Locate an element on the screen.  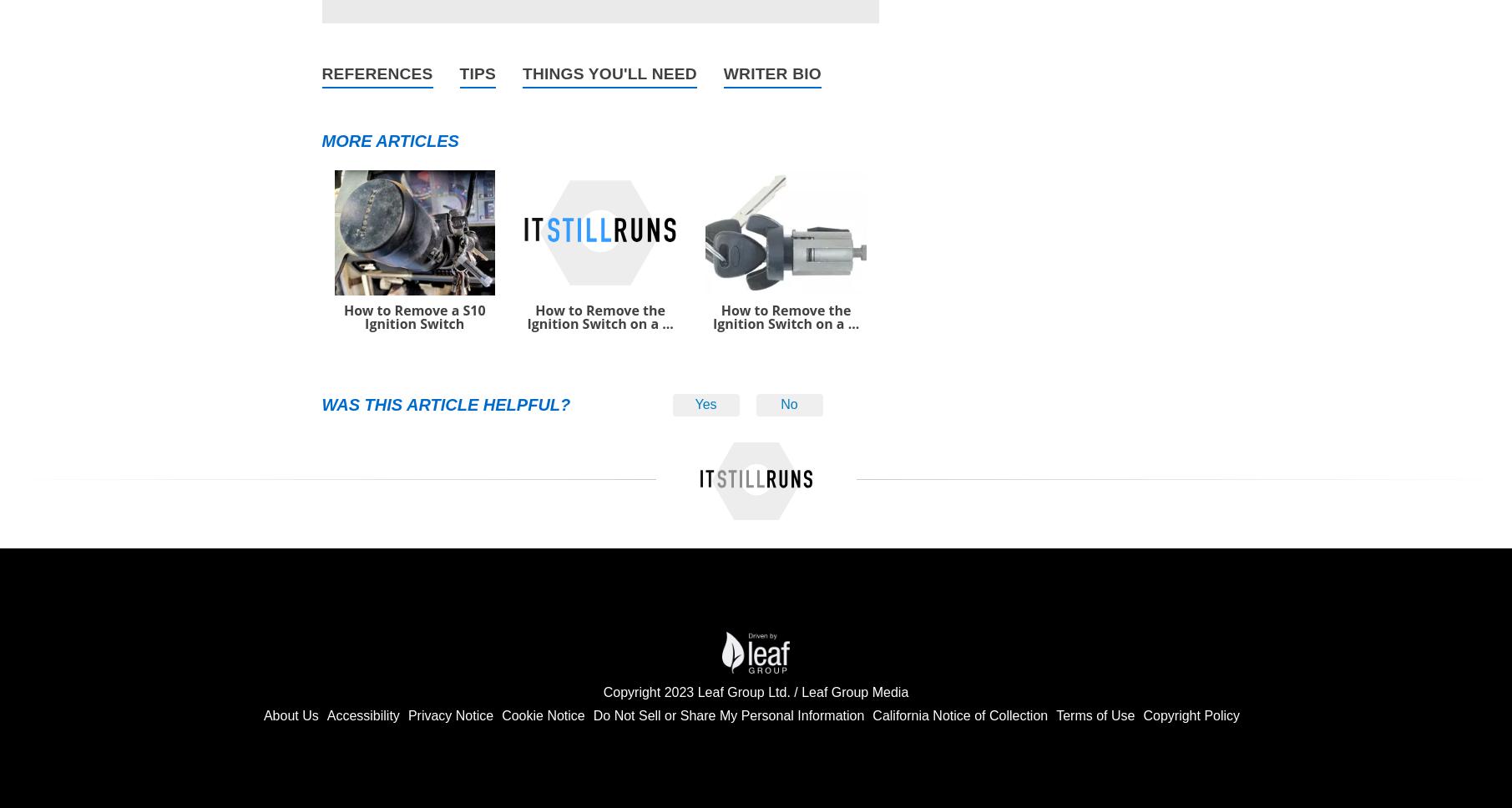
'About Us' is located at coordinates (261, 715).